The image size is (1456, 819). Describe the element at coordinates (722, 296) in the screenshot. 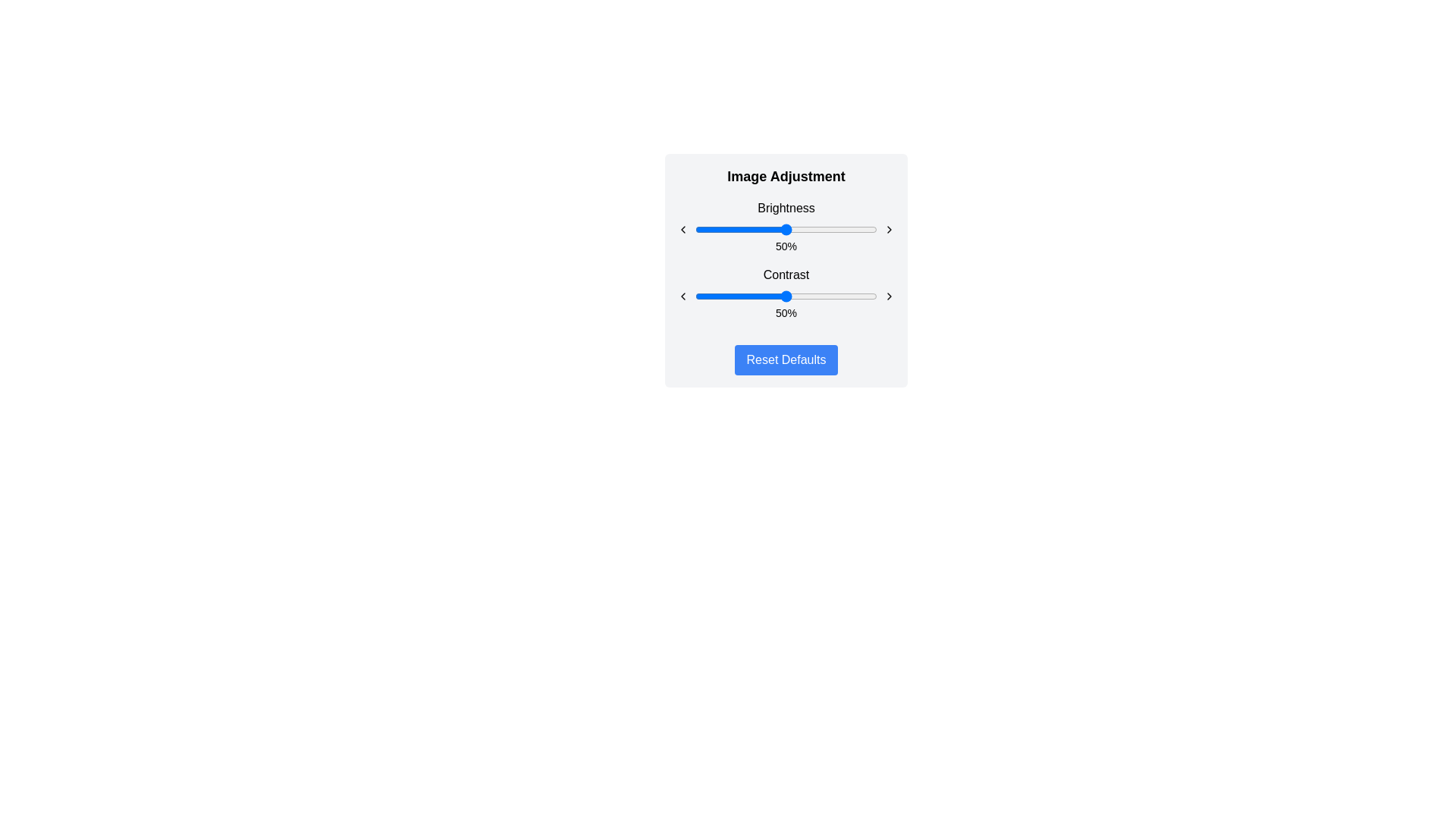

I see `contrast` at that location.